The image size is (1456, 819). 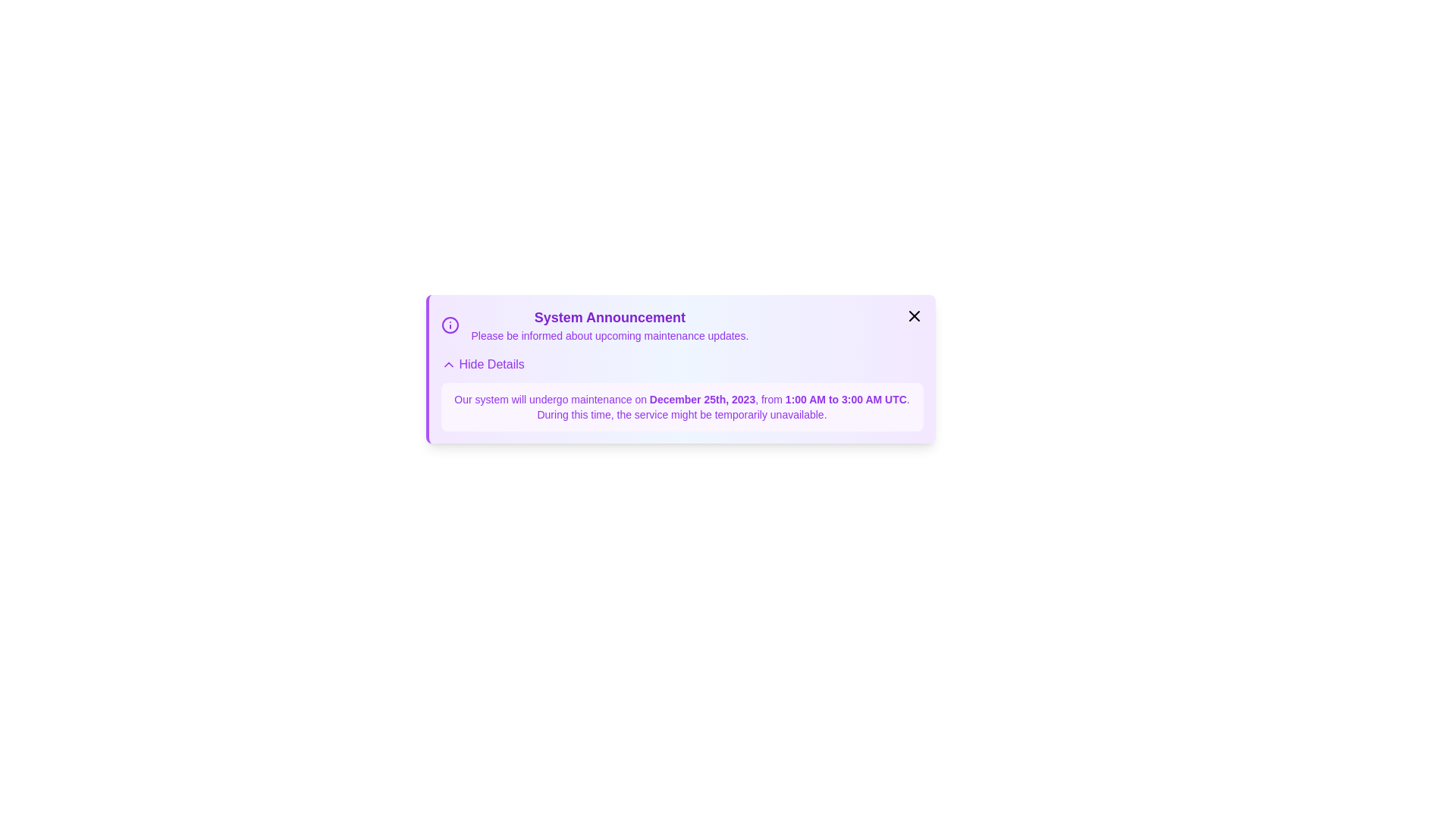 What do you see at coordinates (681, 393) in the screenshot?
I see `information displayed in the text of the notification box with a light purple background, located under the 'Hide Details' text in the 'System Announcement' card` at bounding box center [681, 393].